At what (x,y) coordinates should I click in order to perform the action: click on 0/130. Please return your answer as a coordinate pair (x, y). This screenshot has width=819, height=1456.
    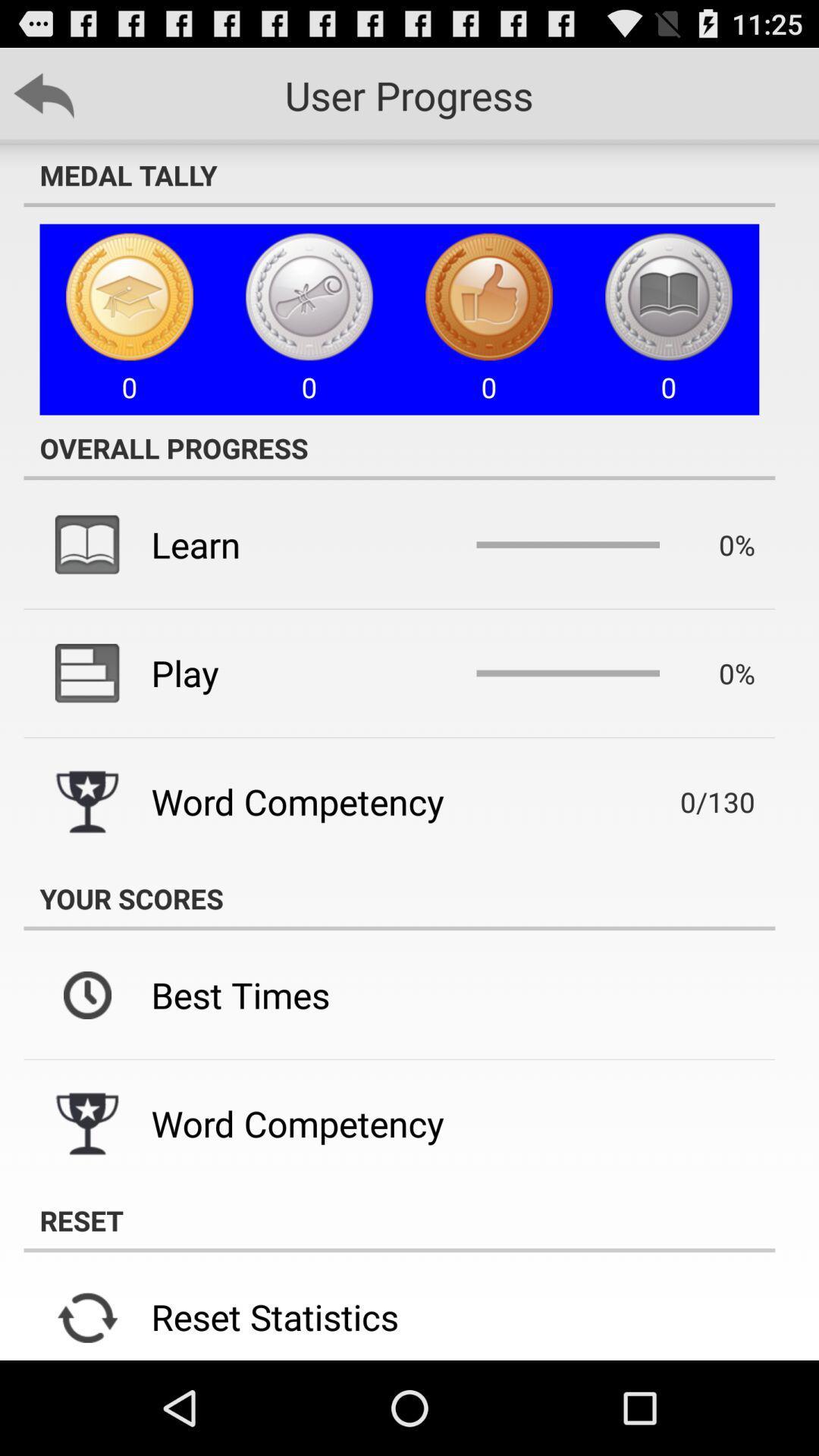
    Looking at the image, I should click on (695, 801).